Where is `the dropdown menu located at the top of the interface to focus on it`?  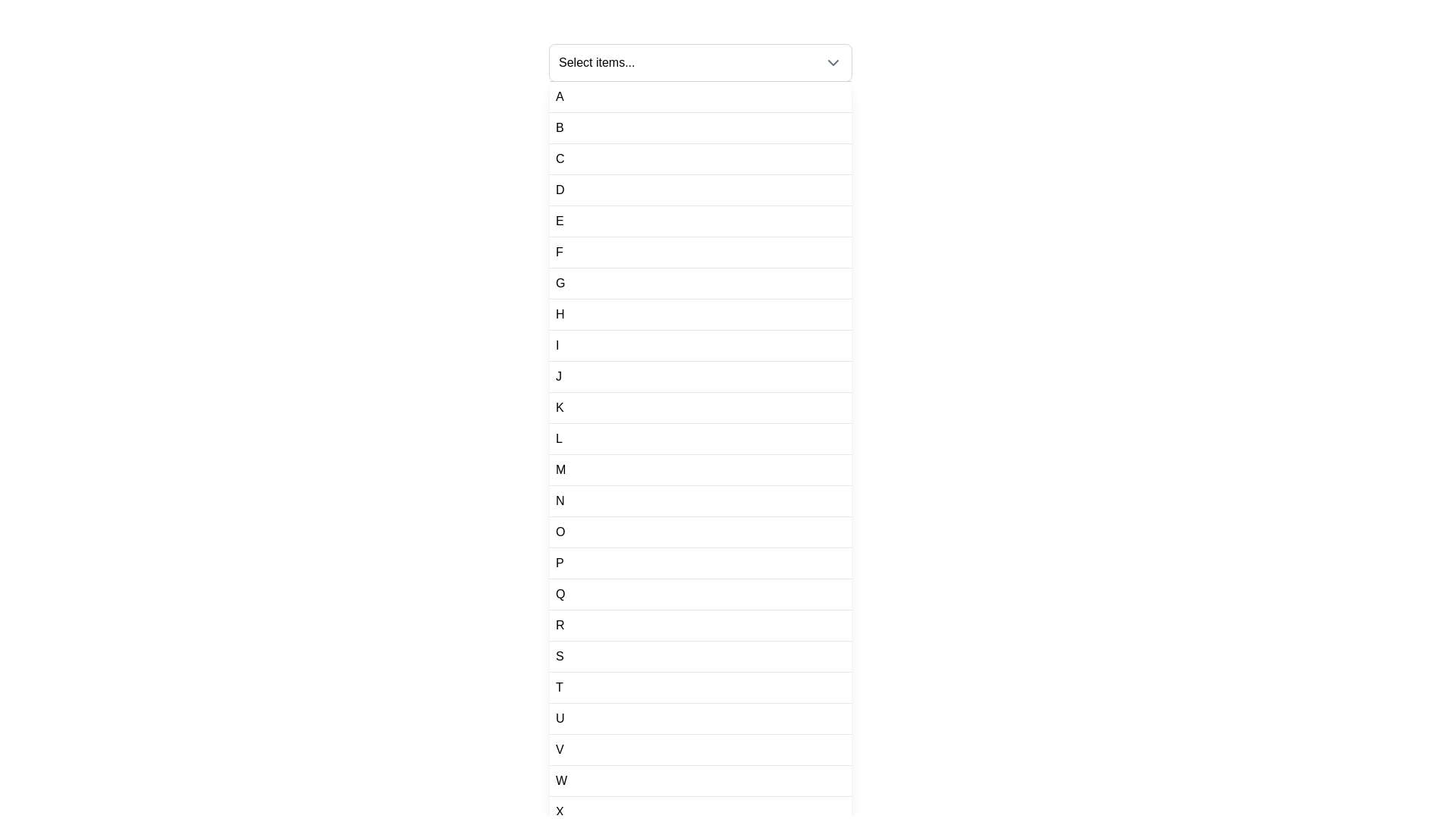
the dropdown menu located at the top of the interface to focus on it is located at coordinates (700, 62).